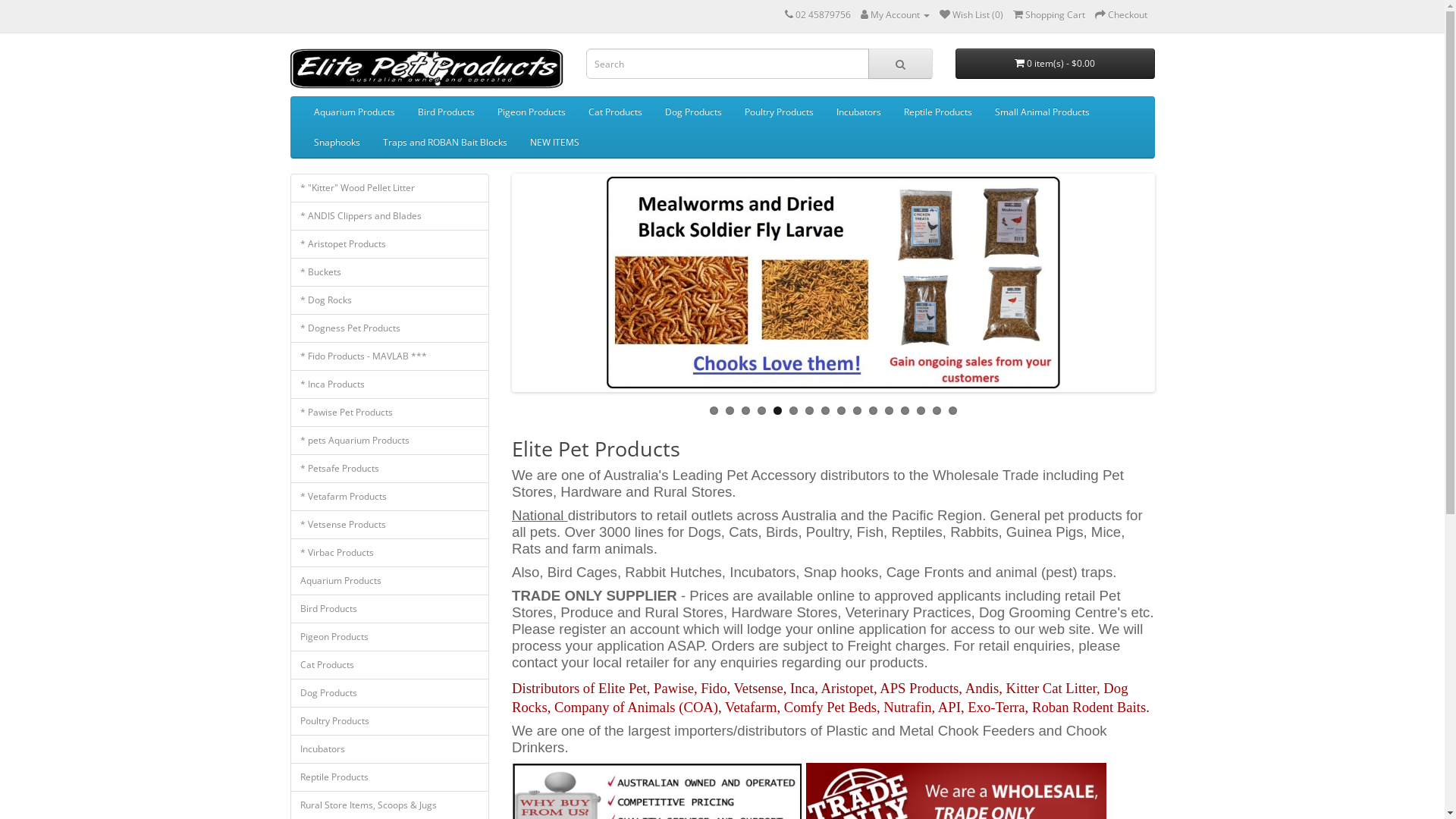 The height and width of the screenshot is (819, 1456). Describe the element at coordinates (389, 186) in the screenshot. I see `'* "Kitter" Wood Pellet Litter'` at that location.